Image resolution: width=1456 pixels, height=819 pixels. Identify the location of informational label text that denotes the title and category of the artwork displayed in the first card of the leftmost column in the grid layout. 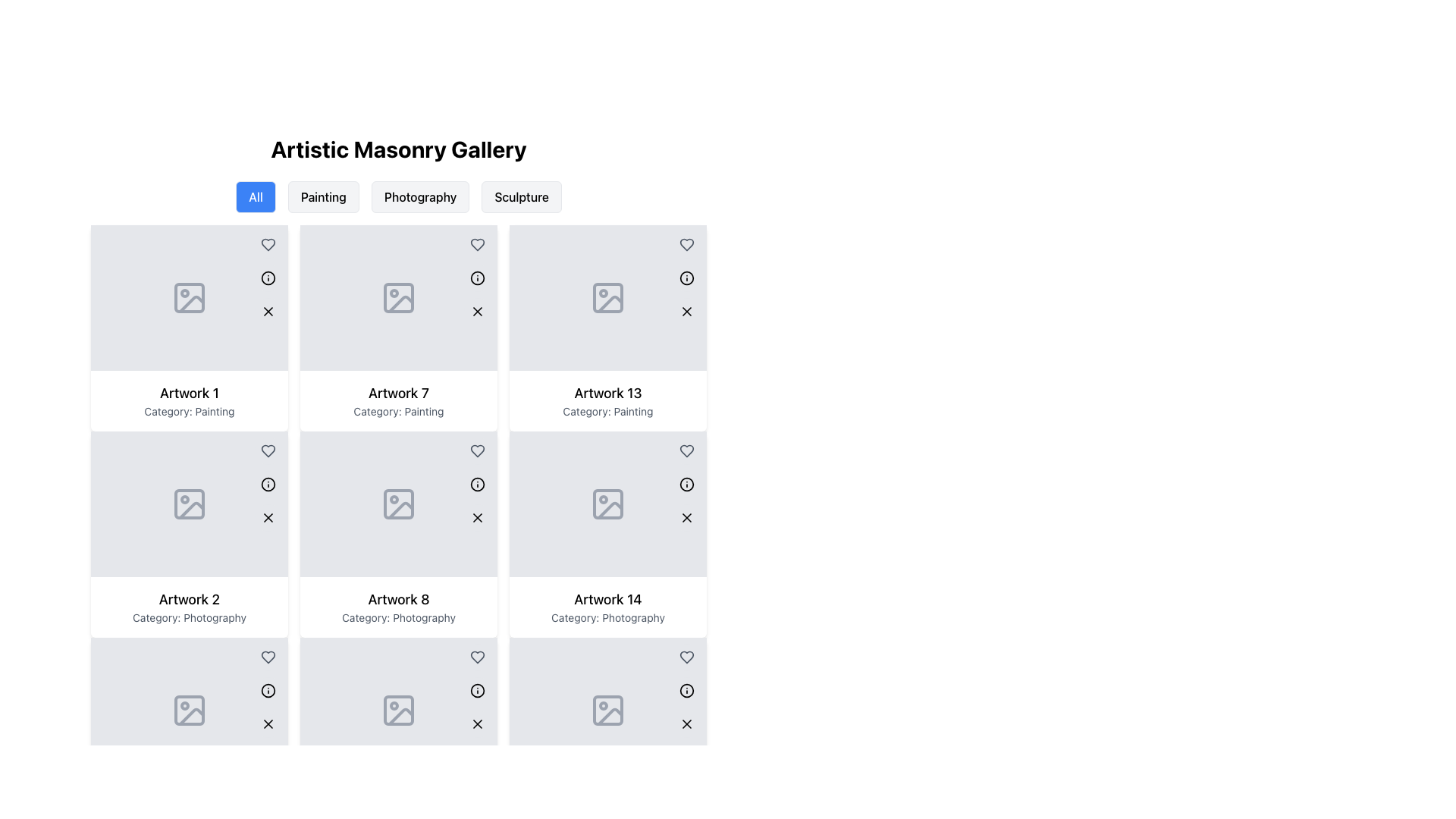
(188, 400).